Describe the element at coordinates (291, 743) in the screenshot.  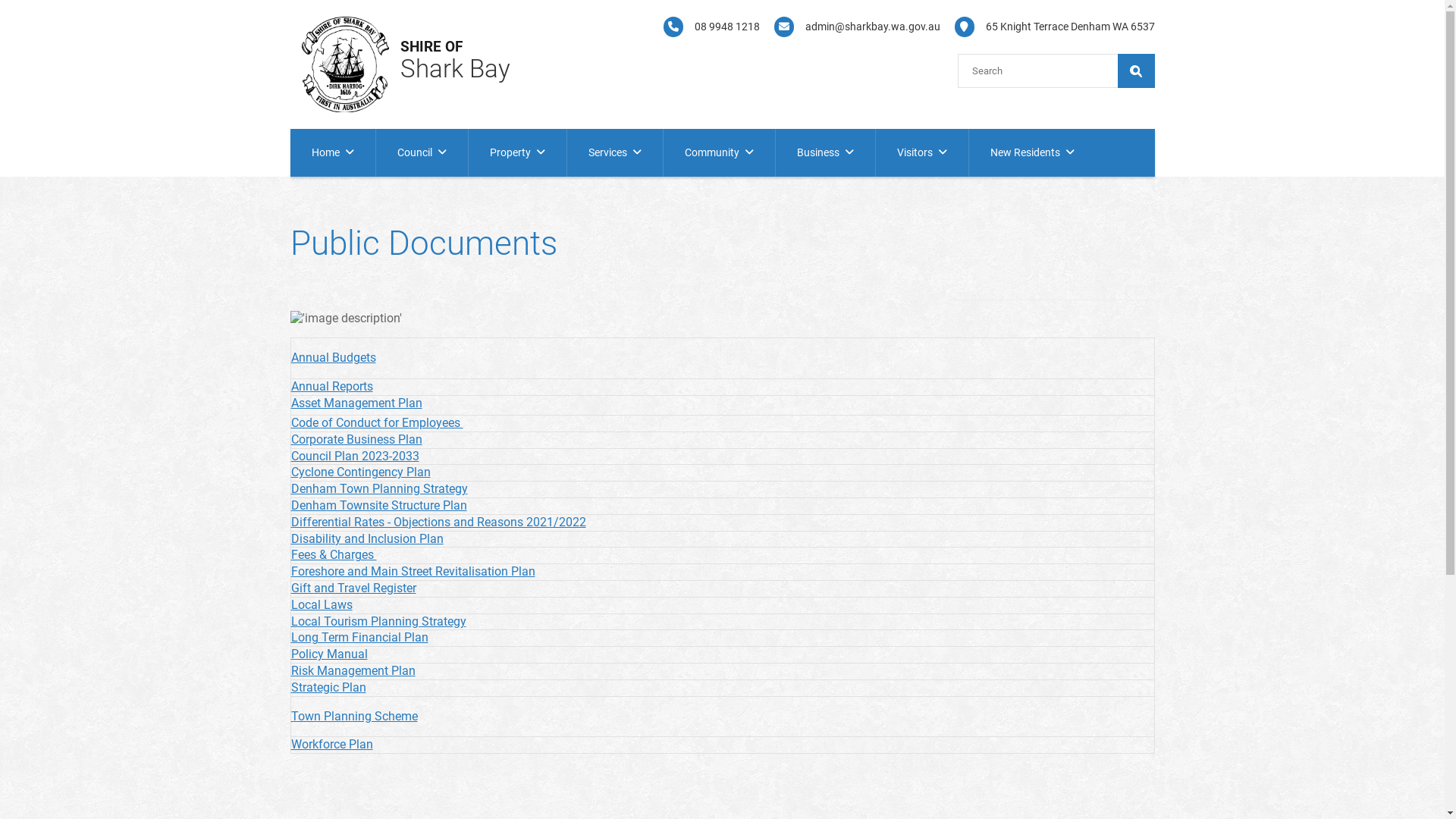
I see `'Workforce Plan'` at that location.